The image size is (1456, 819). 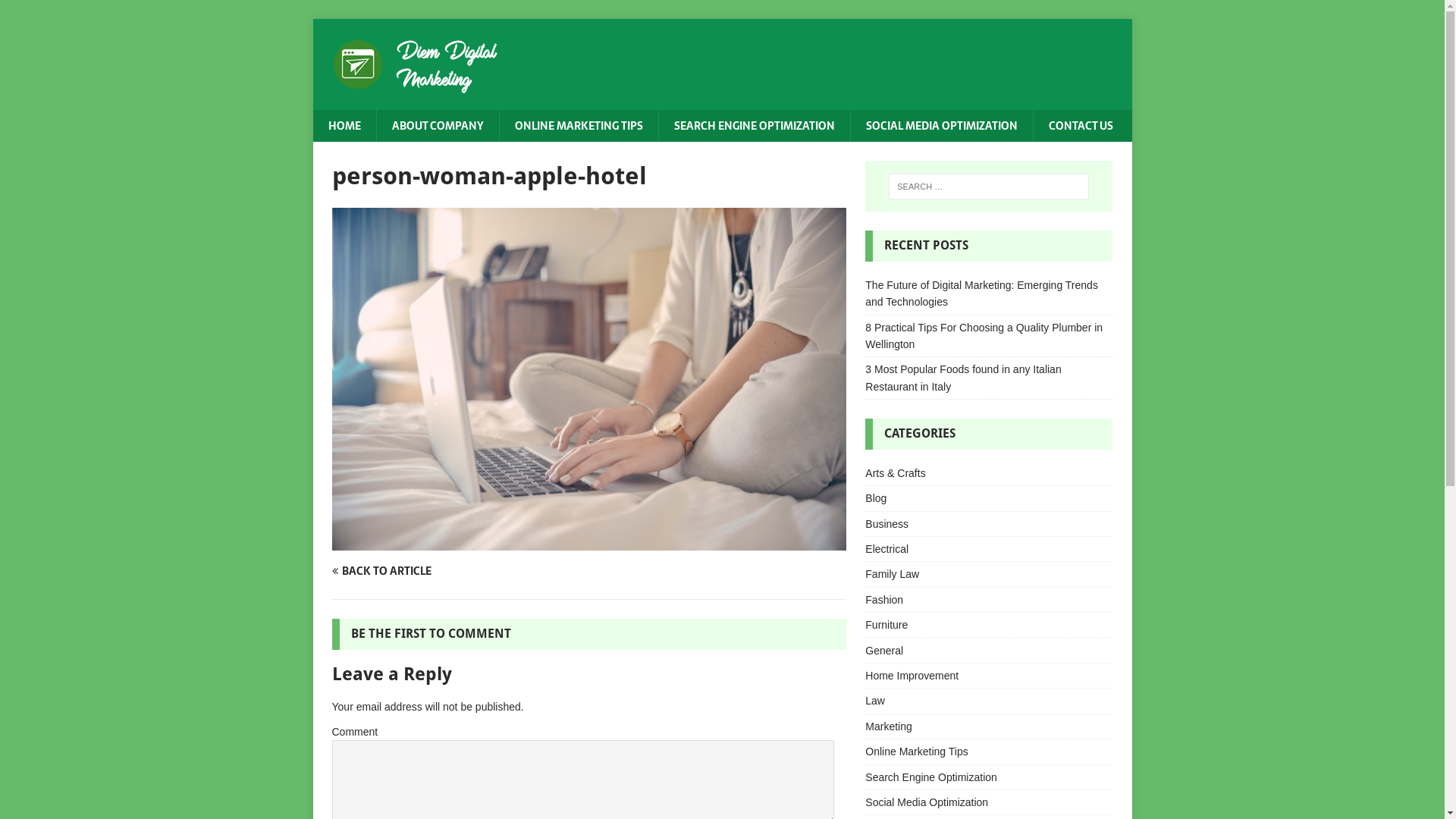 What do you see at coordinates (578, 124) in the screenshot?
I see `'ONLINE MARKETING TIPS'` at bounding box center [578, 124].